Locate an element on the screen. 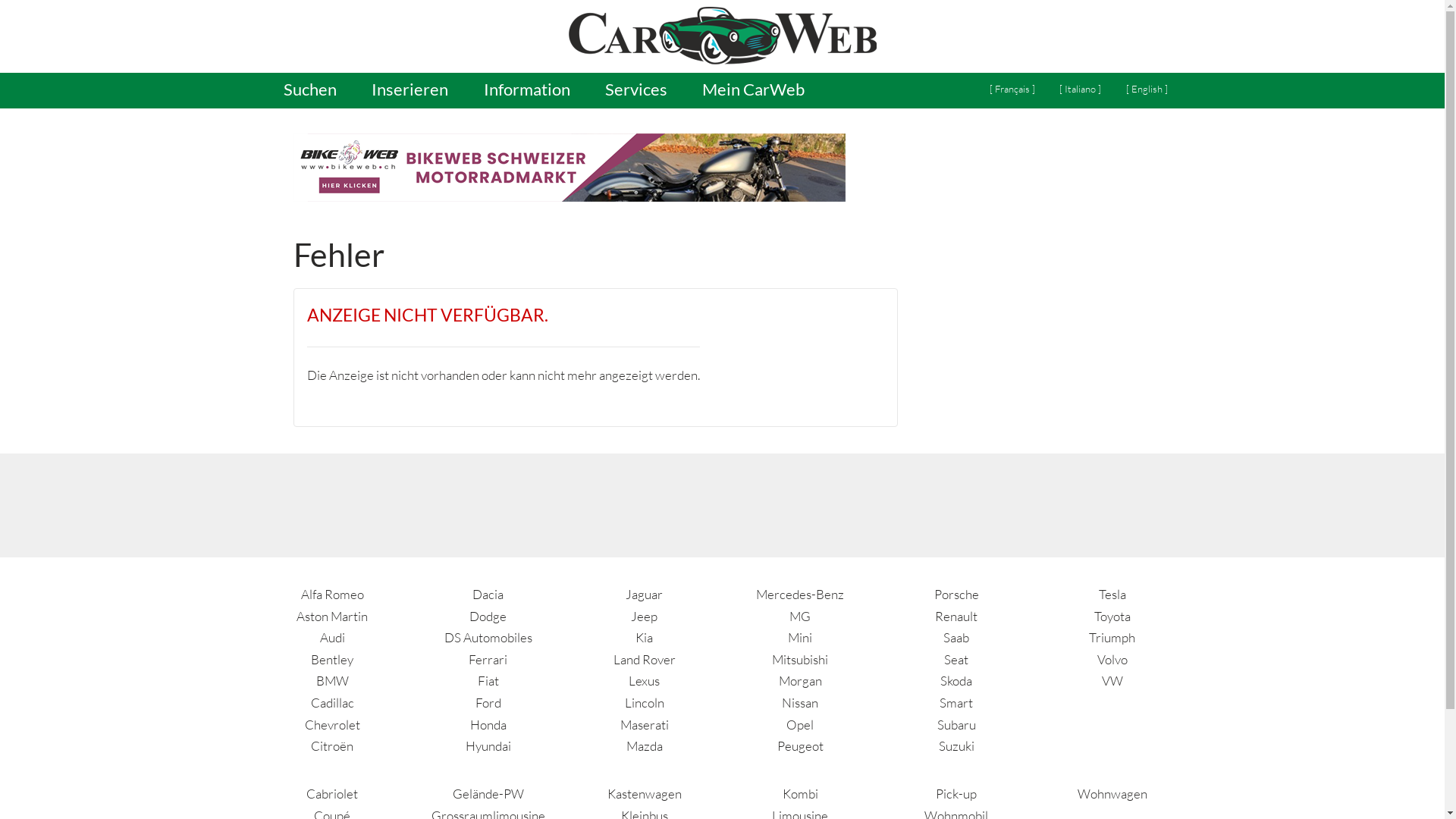 The height and width of the screenshot is (819, 1456). 'VW' is located at coordinates (1102, 679).